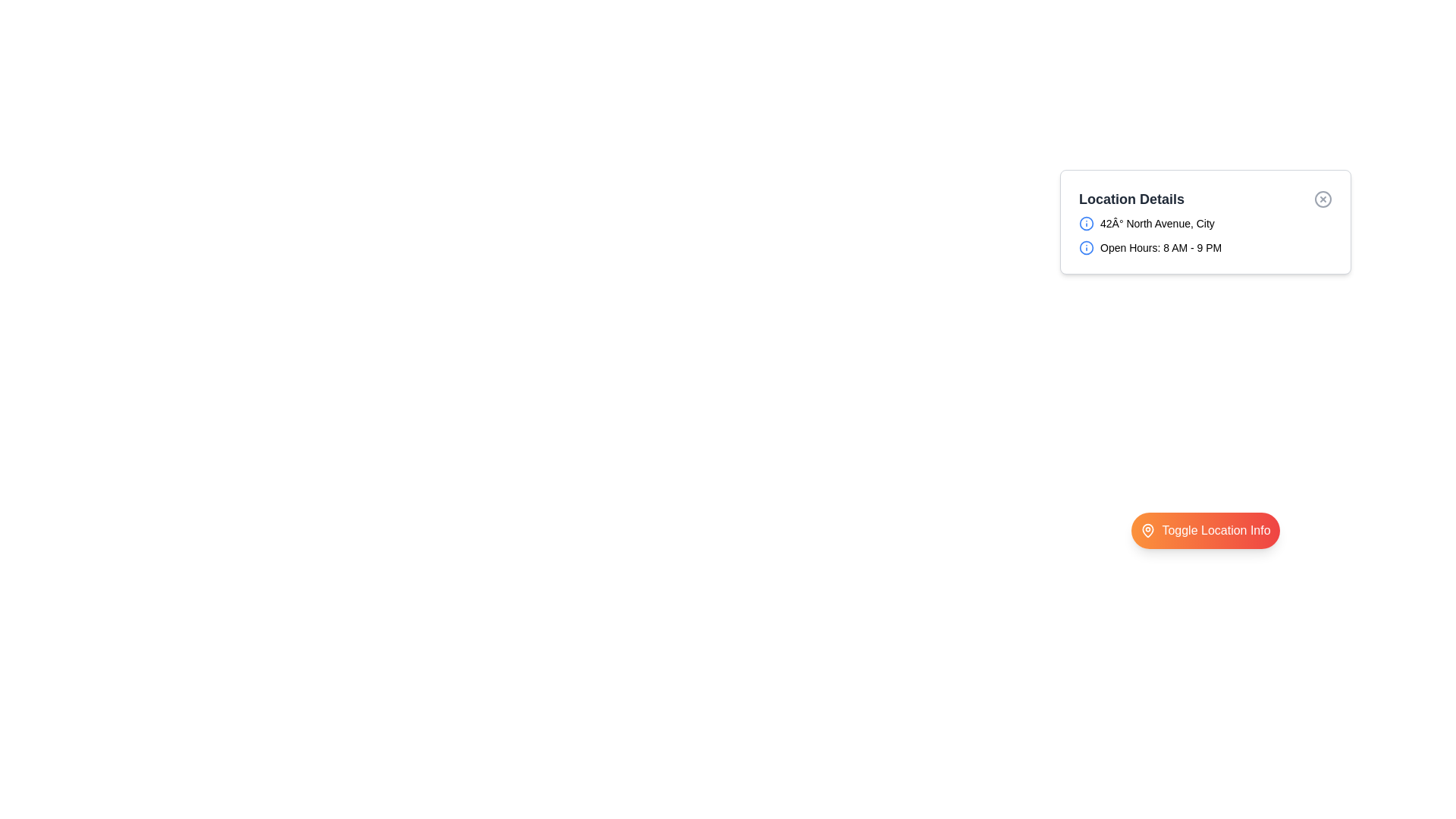 The width and height of the screenshot is (1456, 819). Describe the element at coordinates (1156, 223) in the screenshot. I see `the text label displaying '42Â° North Avenue, City' within the 'Location Details' dialogue box` at that location.